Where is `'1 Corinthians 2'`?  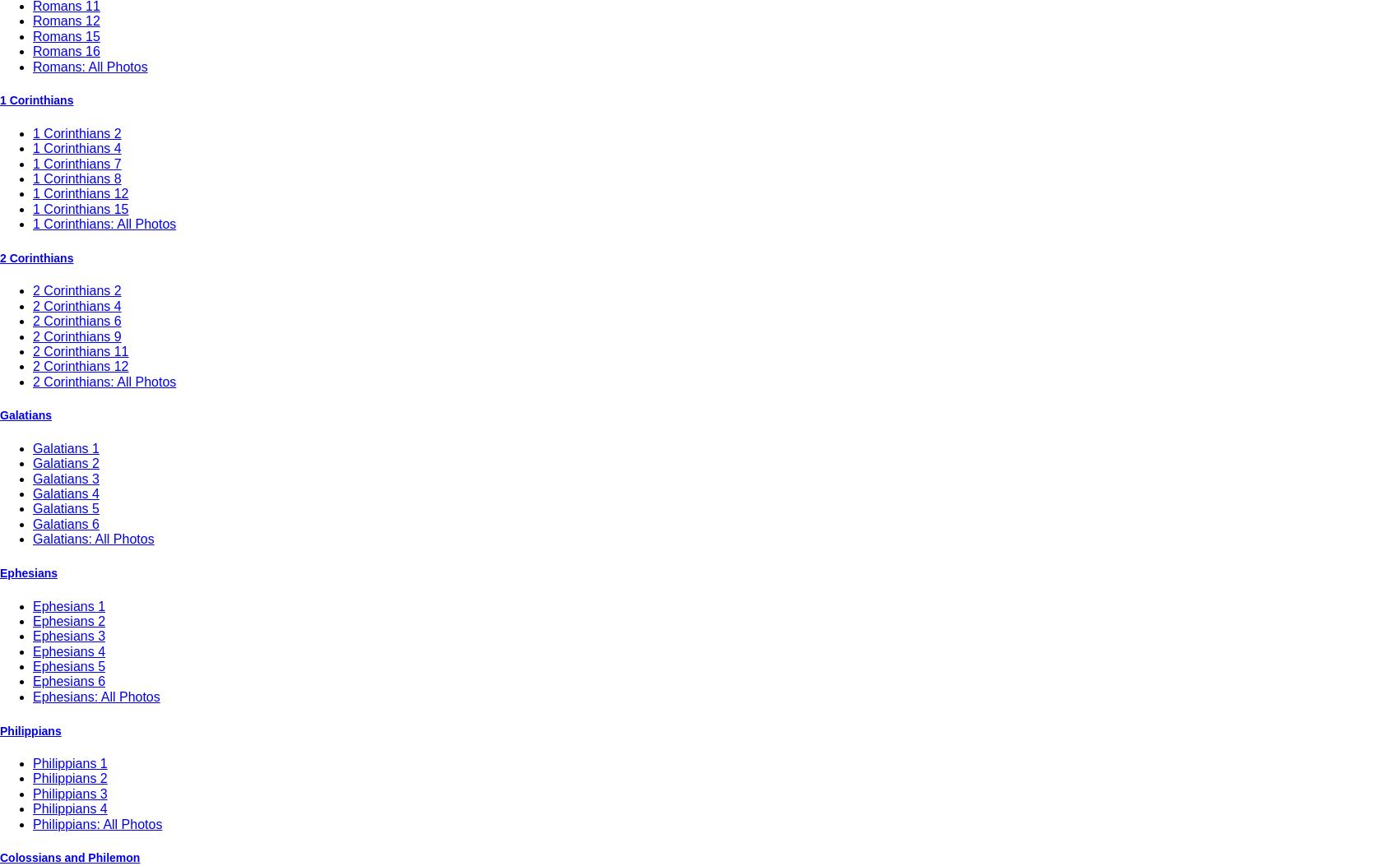 '1 Corinthians 2' is located at coordinates (76, 132).